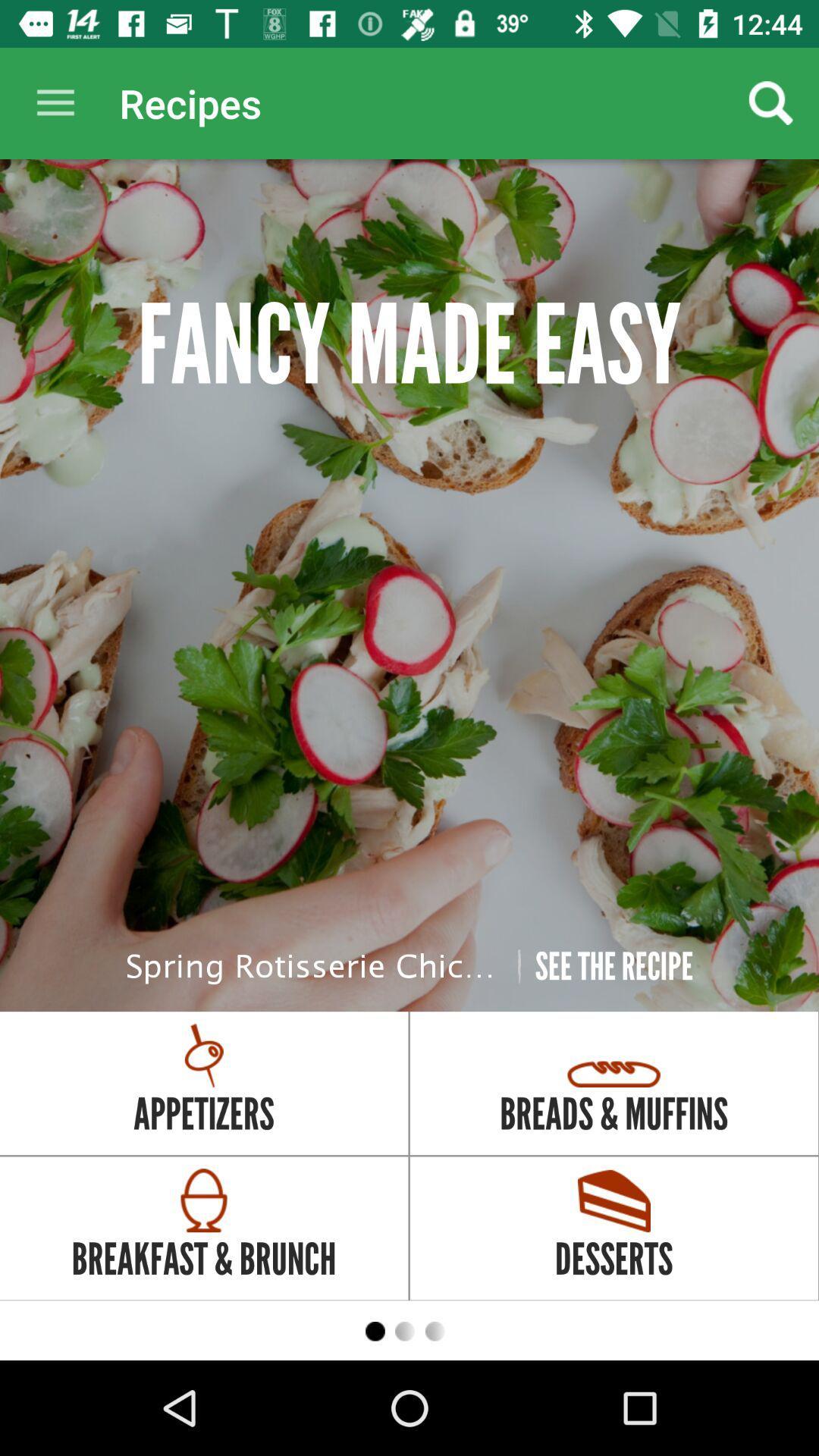  I want to click on app to the left of the recipes icon, so click(55, 102).